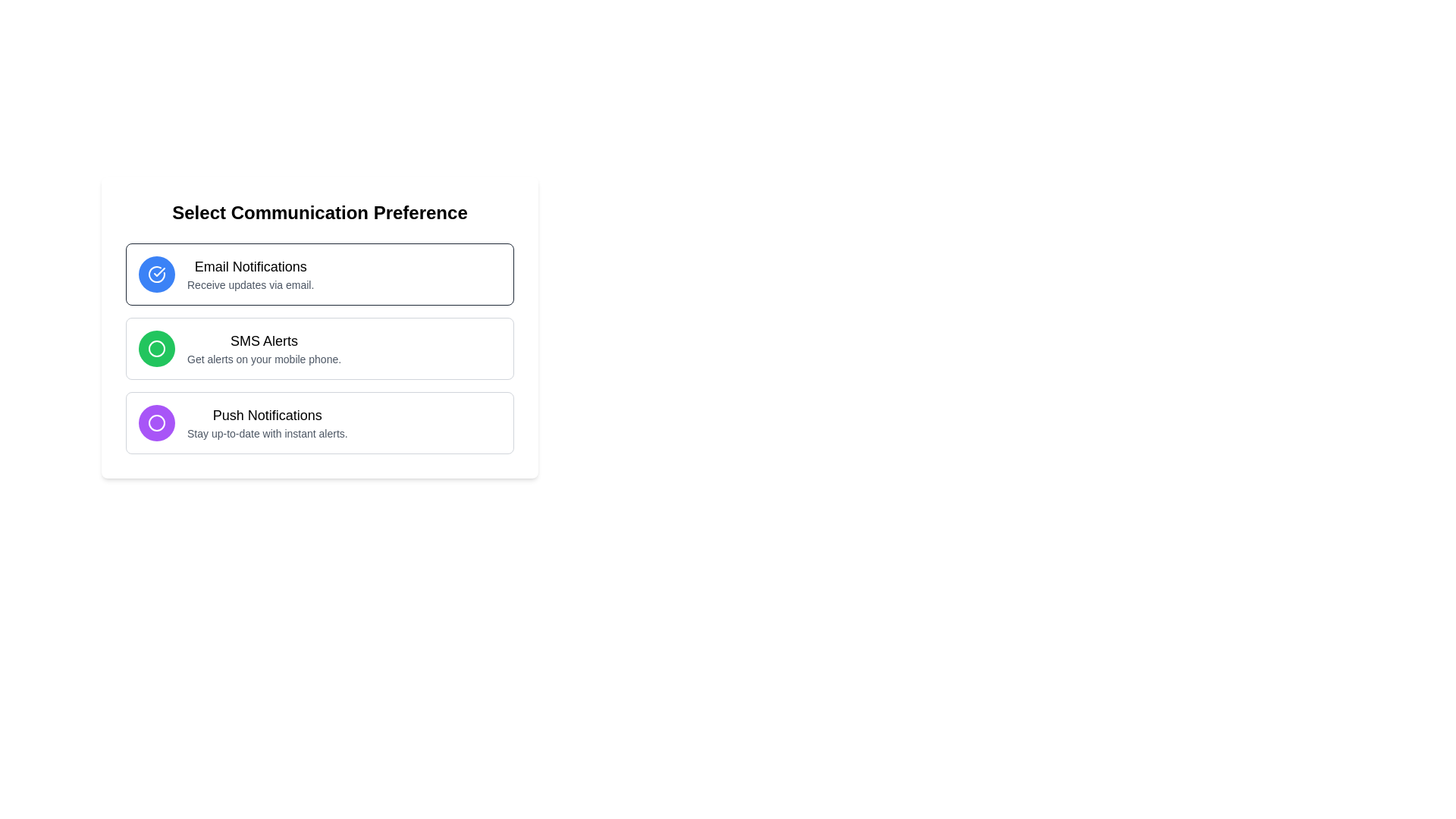 The image size is (1456, 819). What do you see at coordinates (319, 327) in the screenshot?
I see `the 'SMS Alerts' option card, which is the middle card in a vertical list under 'Select Communication Preference'` at bounding box center [319, 327].